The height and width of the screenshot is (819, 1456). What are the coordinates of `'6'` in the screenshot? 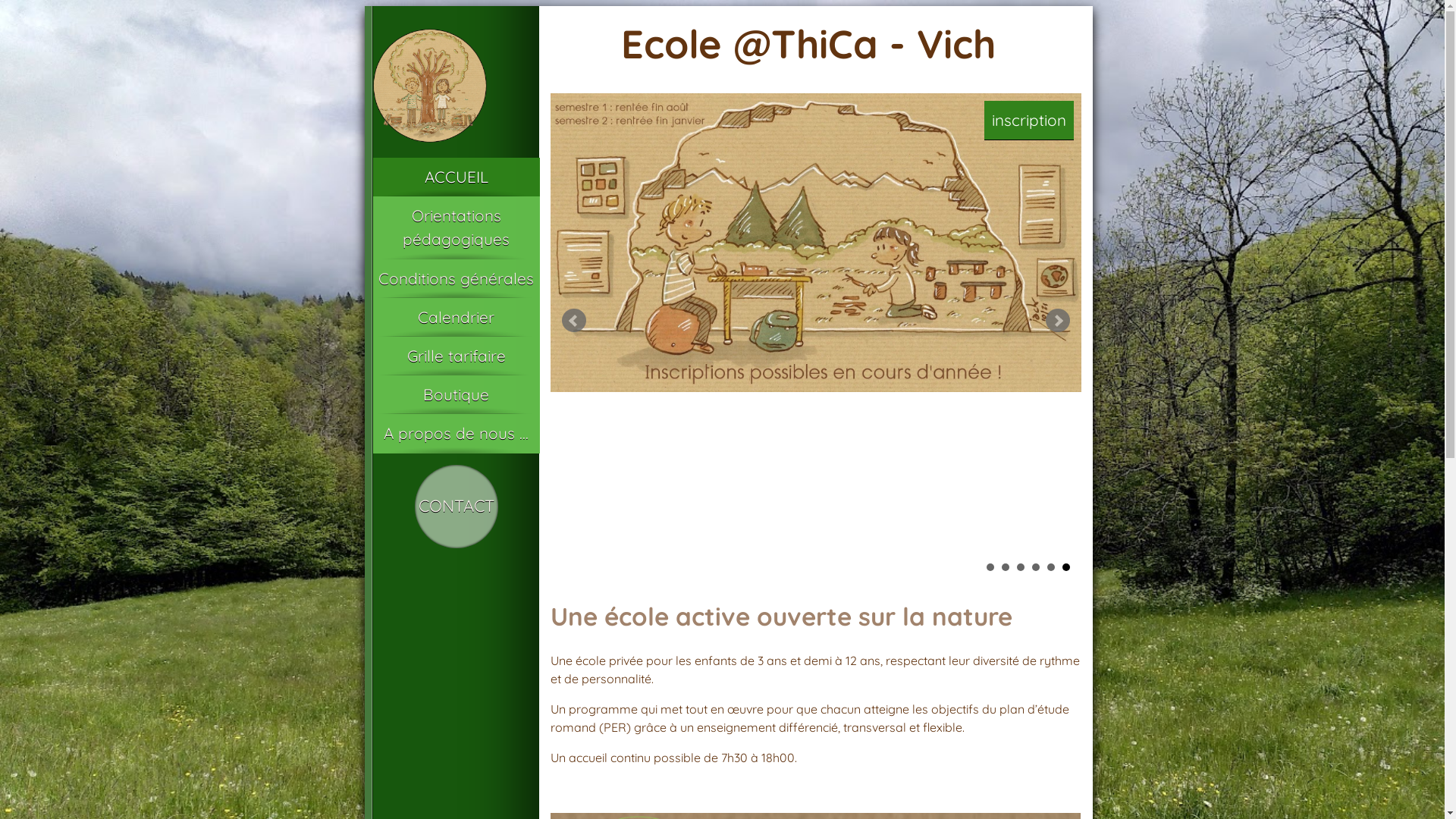 It's located at (1065, 567).